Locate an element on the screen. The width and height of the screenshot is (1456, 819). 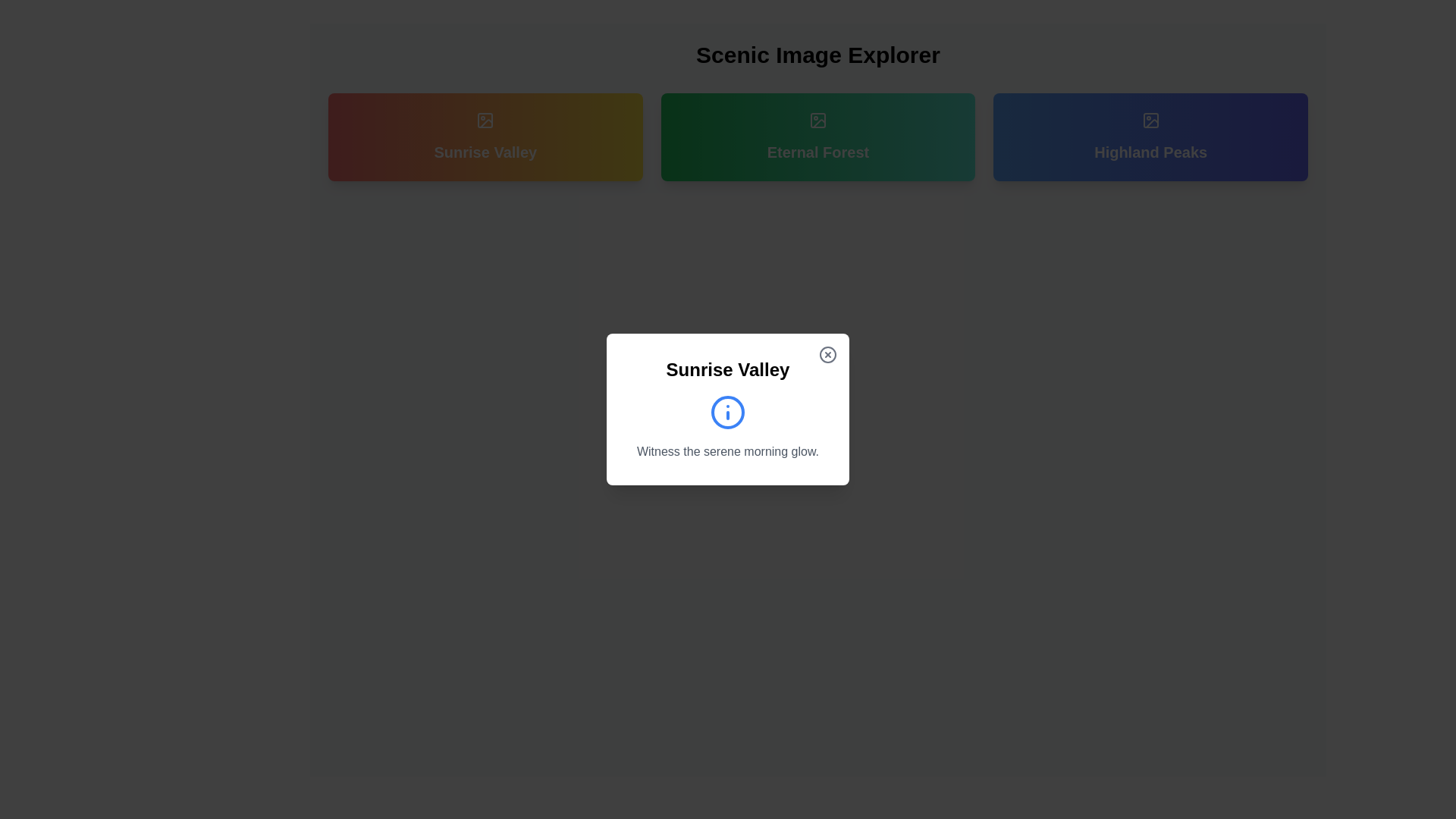
the blue circular info icon located in the center of the info symbol within the pop-up modal dialog is located at coordinates (728, 412).